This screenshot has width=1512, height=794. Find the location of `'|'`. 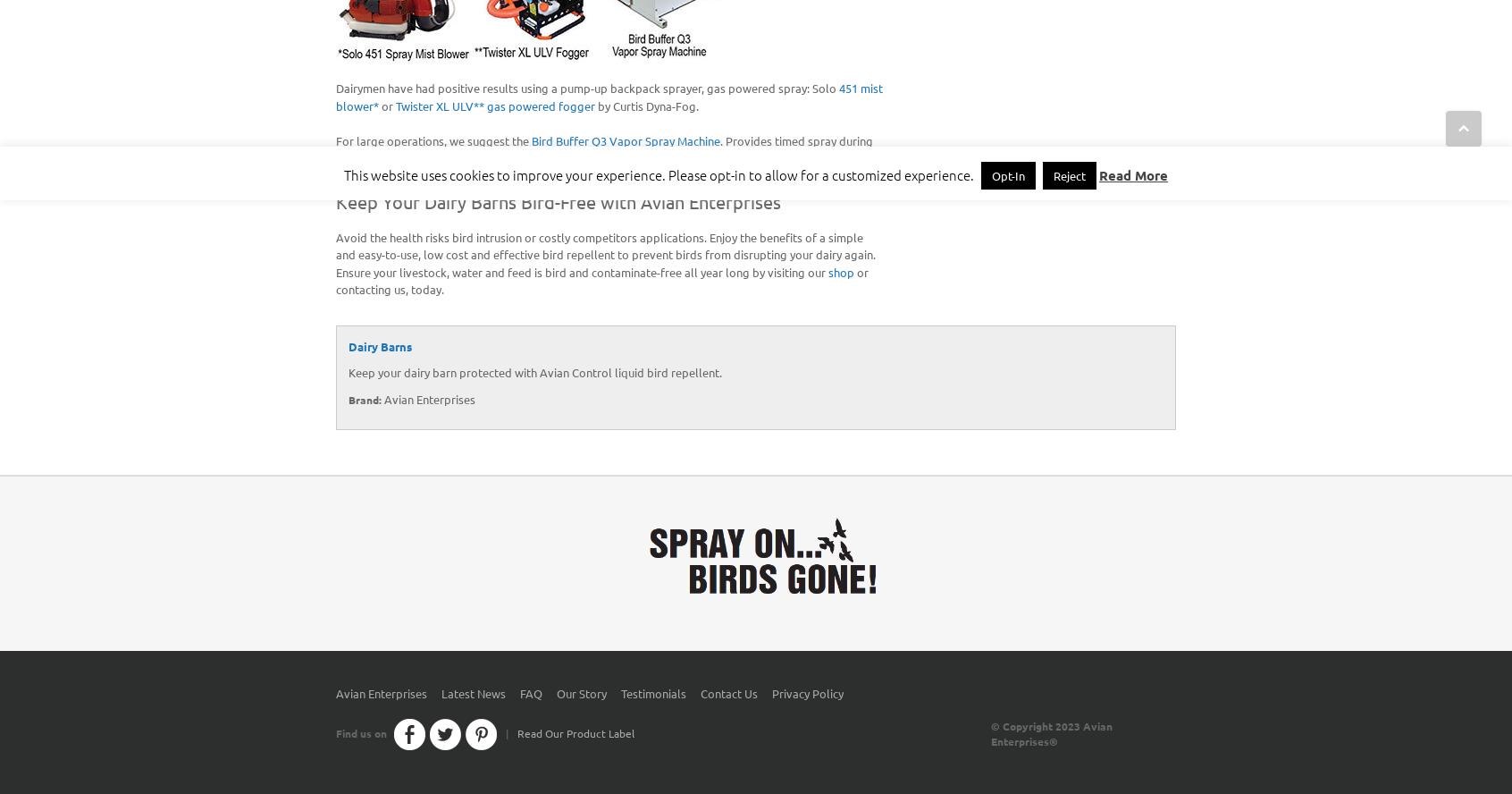

'|' is located at coordinates (506, 732).